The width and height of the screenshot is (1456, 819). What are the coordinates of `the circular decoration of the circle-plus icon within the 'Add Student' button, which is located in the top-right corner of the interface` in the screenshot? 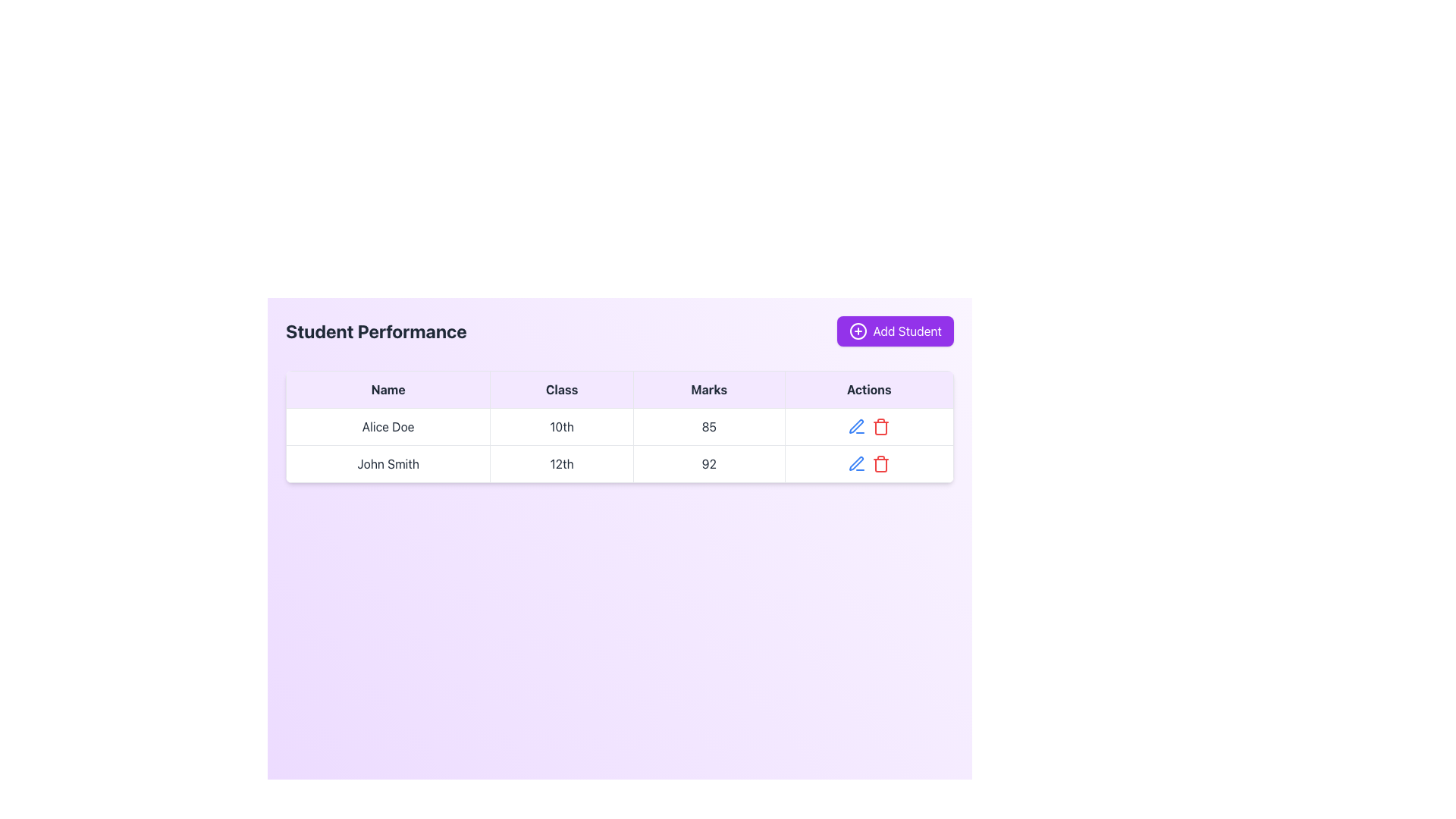 It's located at (858, 330).